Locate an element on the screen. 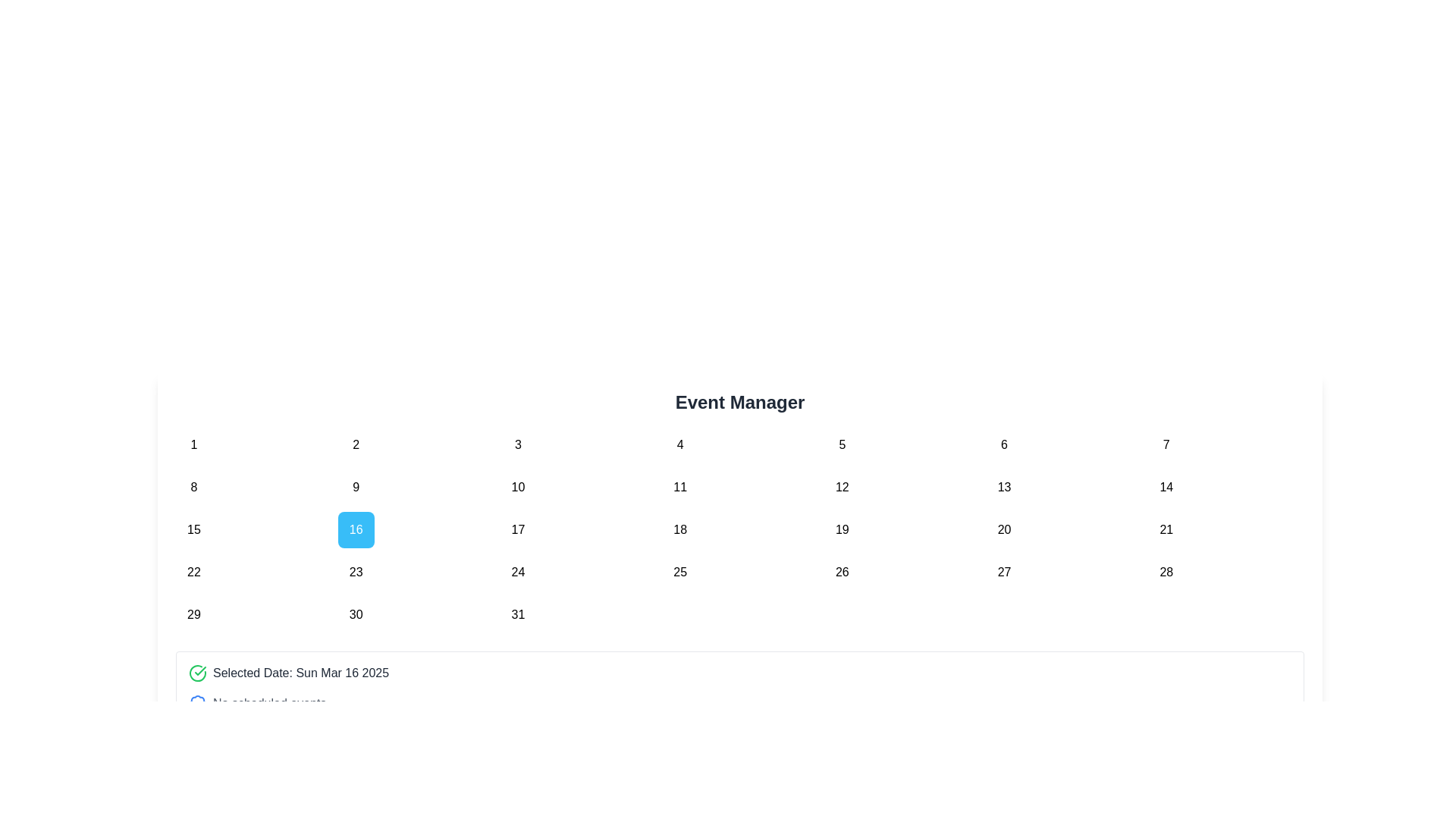 The width and height of the screenshot is (1456, 819). the rounded square button displaying the number '25' to observe its hover effect in the calendar-like grid interface is located at coordinates (679, 573).